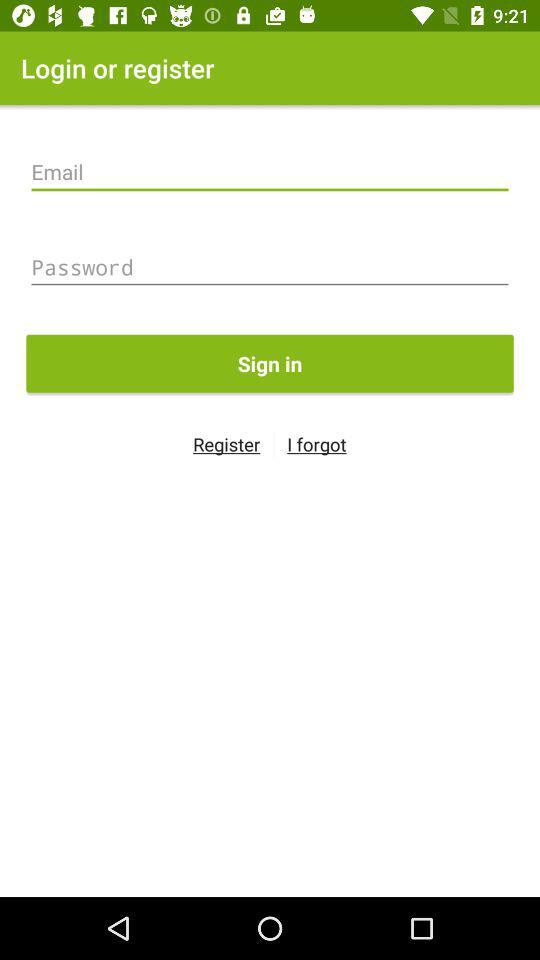 The height and width of the screenshot is (960, 540). I want to click on the i forgot, so click(316, 444).